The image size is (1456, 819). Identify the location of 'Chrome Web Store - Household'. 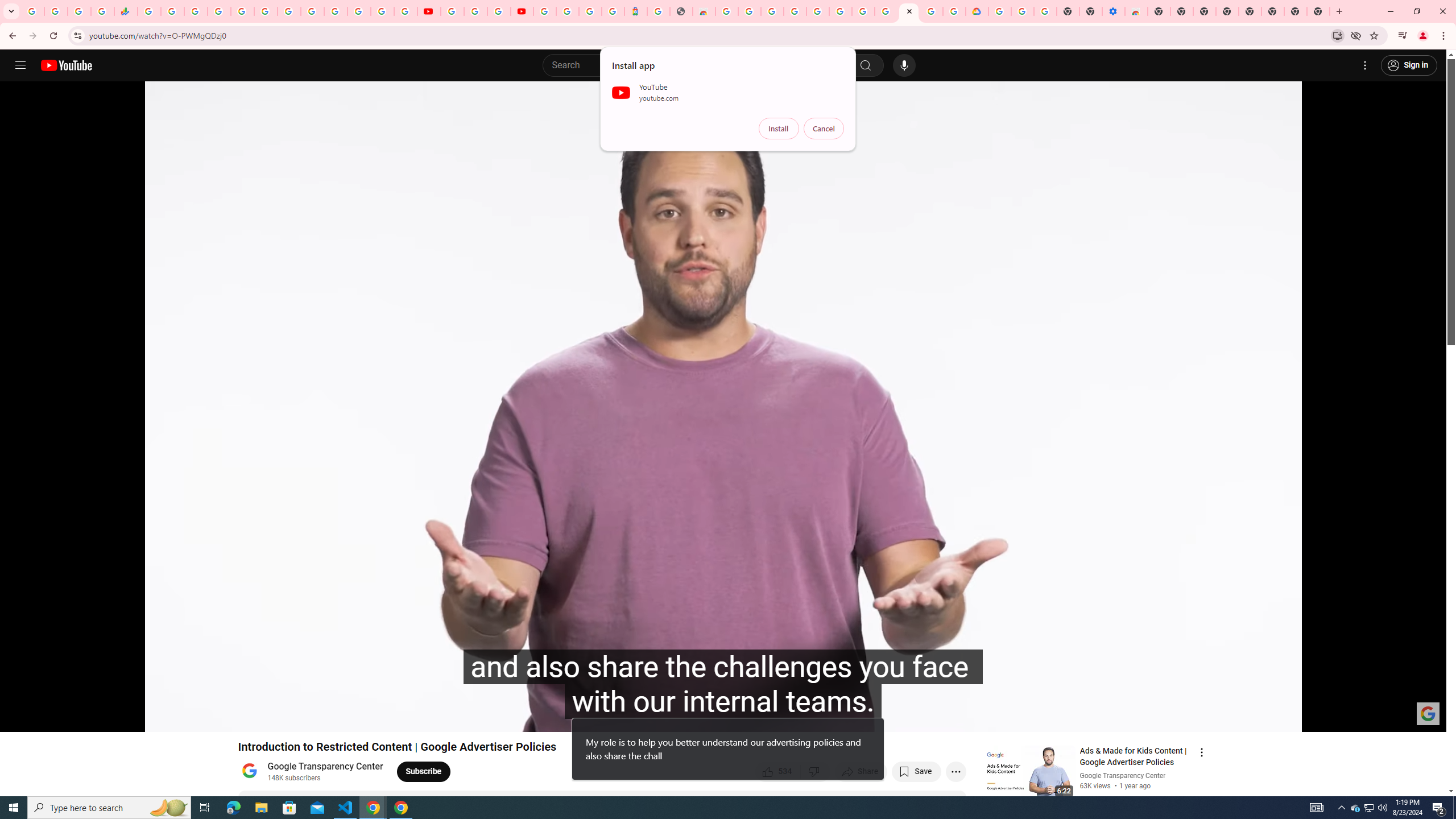
(703, 11).